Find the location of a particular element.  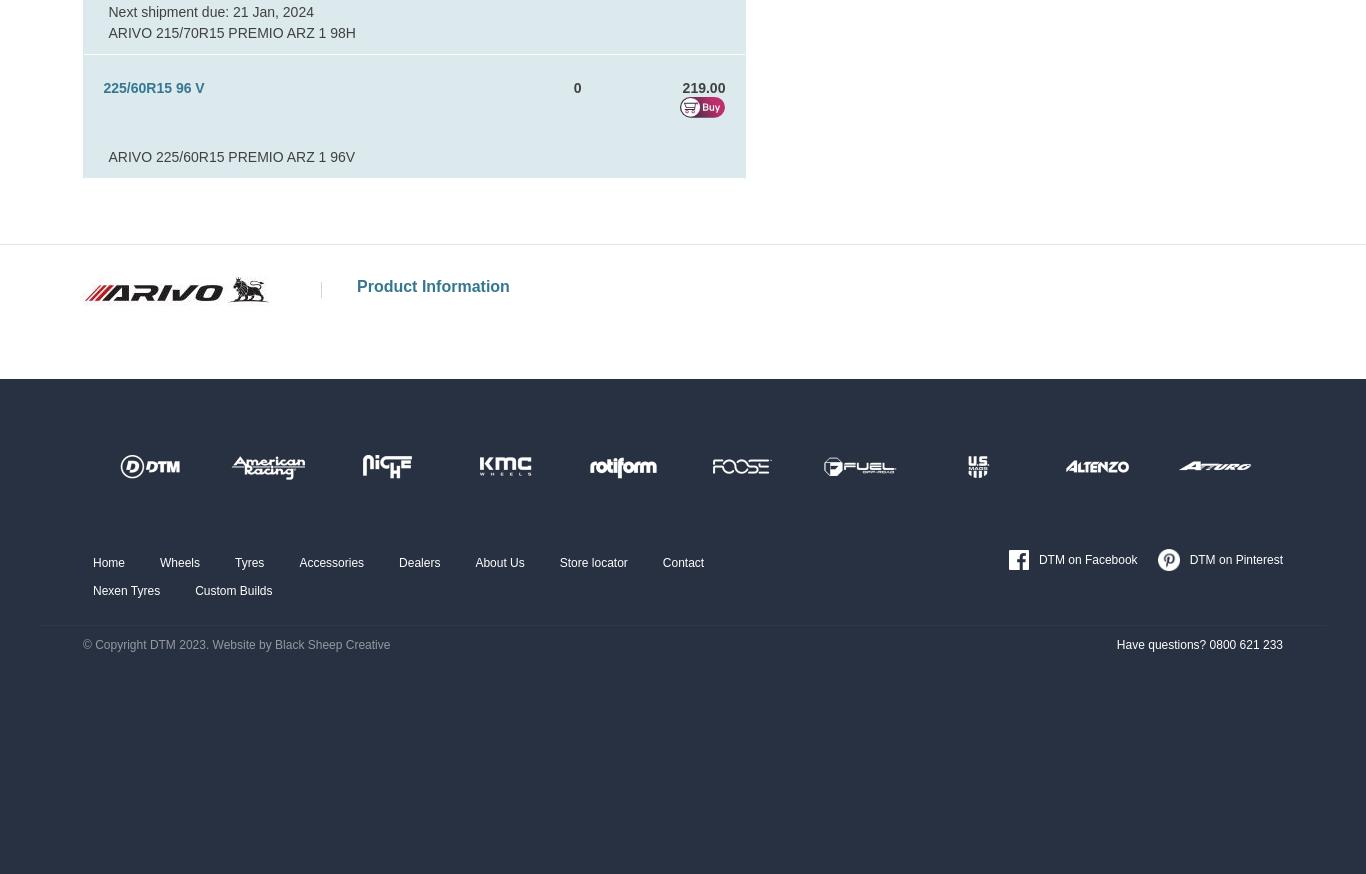

'Have questions?' is located at coordinates (1162, 644).